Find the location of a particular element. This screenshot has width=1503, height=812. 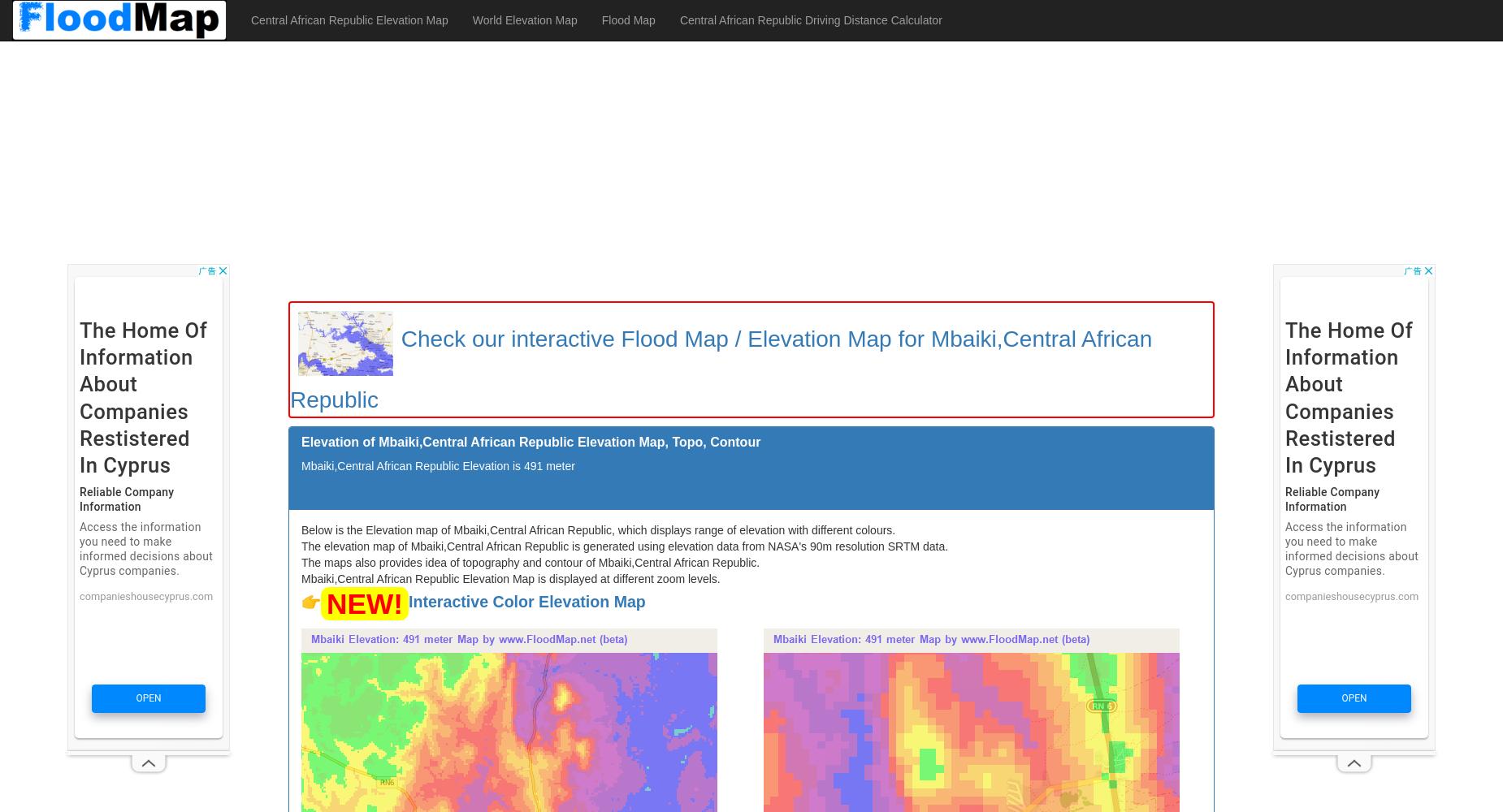

'Check our interactive Flood Map / Elevation Map for Mbaiki,Central African Republic' is located at coordinates (721, 368).